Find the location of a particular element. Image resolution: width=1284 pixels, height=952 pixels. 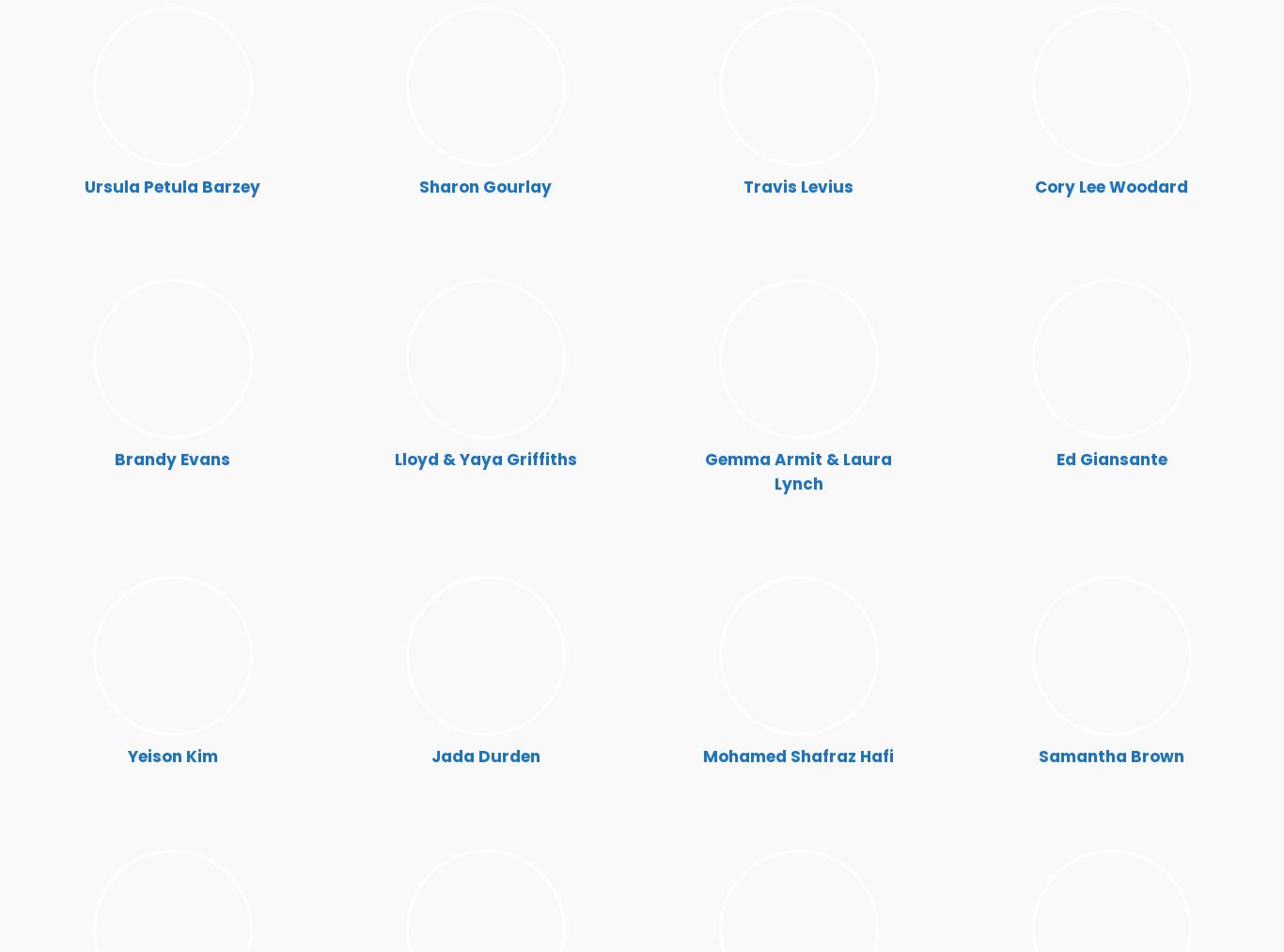

'Lloyd & Yaya Griffiths' is located at coordinates (484, 458).